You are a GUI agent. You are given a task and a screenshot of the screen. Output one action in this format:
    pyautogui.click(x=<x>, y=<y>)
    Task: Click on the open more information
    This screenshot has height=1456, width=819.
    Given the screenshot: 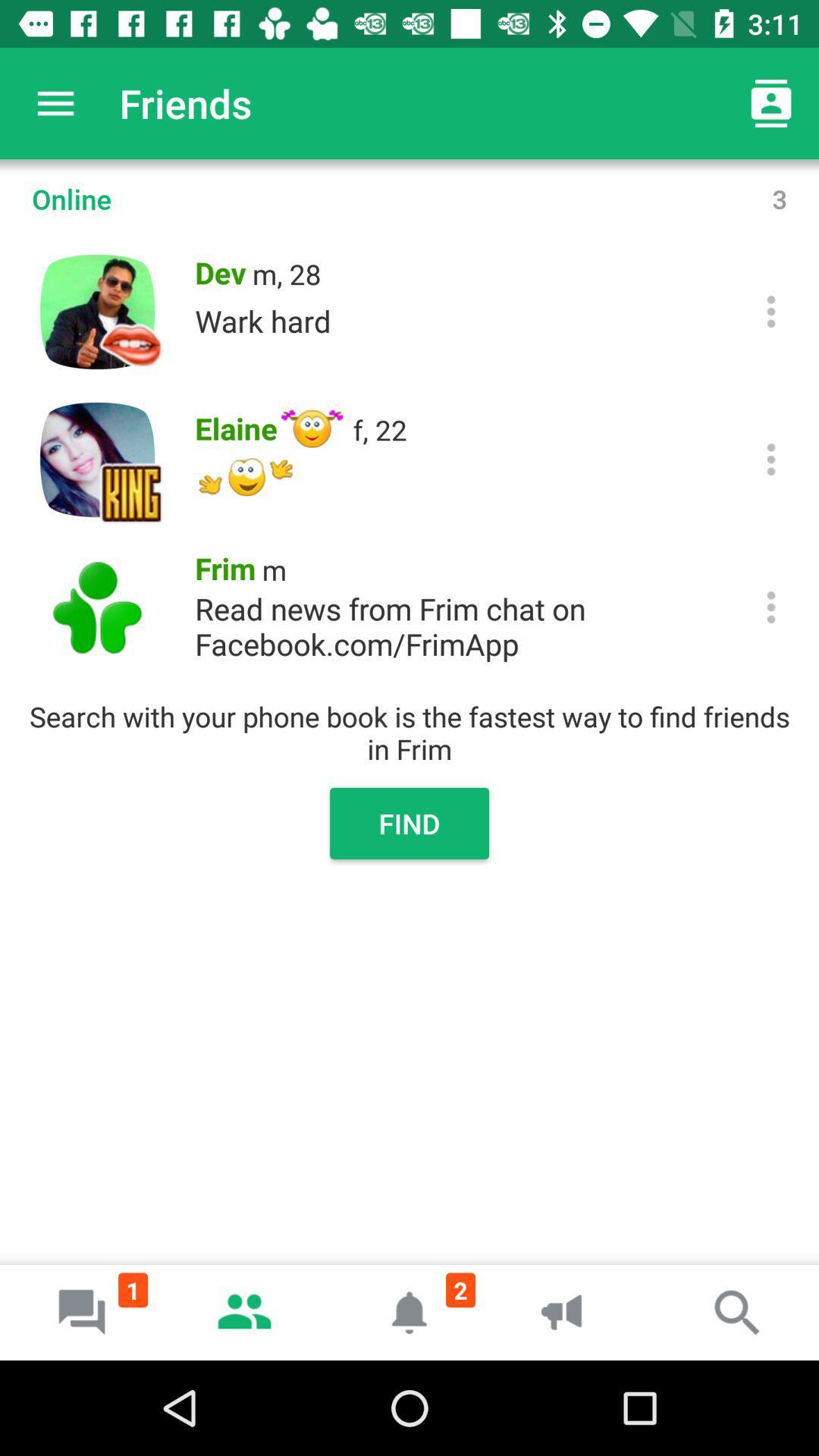 What is the action you would take?
    pyautogui.click(x=771, y=311)
    